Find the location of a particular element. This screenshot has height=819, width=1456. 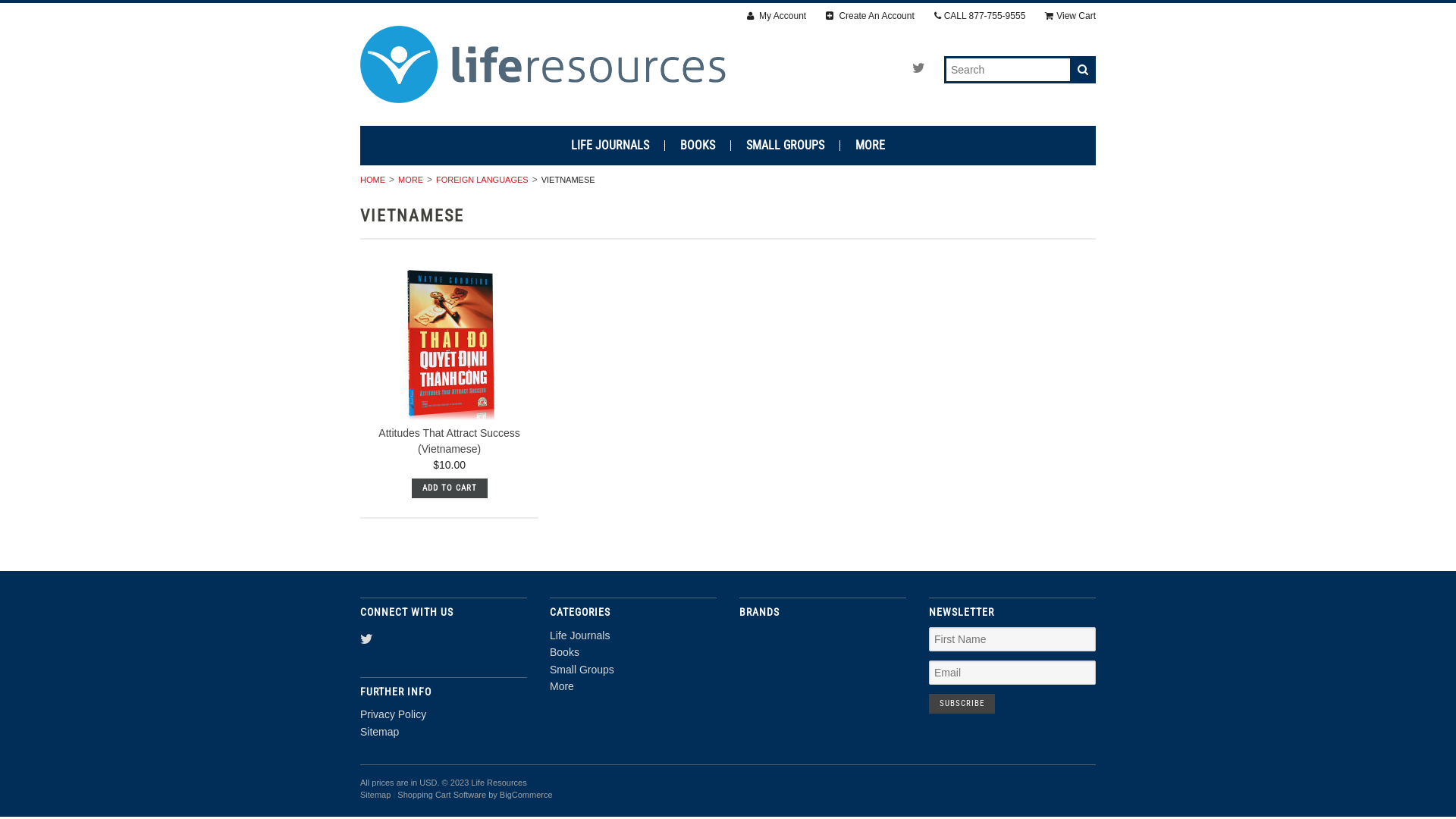

'MORE' is located at coordinates (408, 178).